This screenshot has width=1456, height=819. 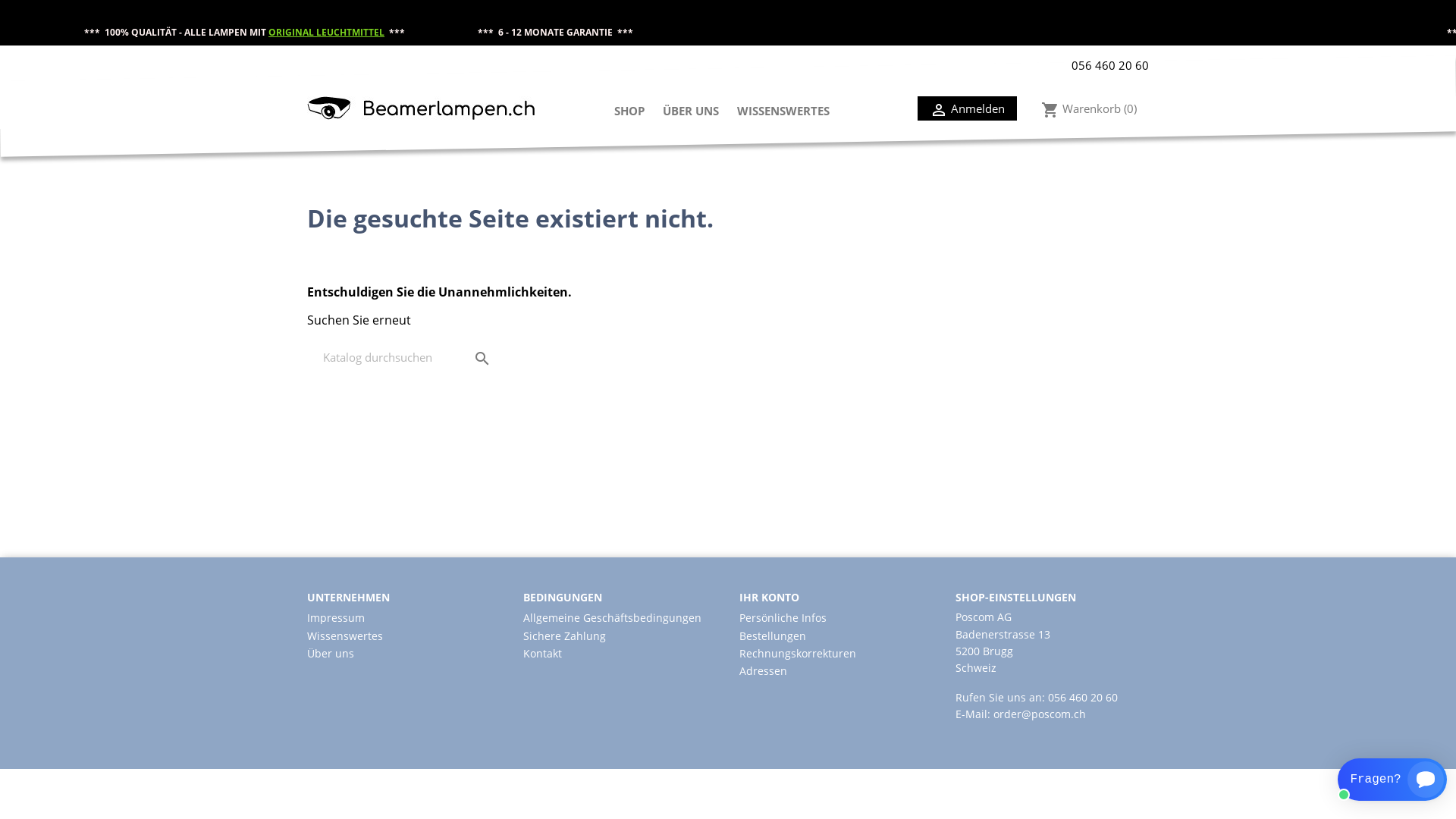 I want to click on 'Sichere Zahlung', so click(x=563, y=635).